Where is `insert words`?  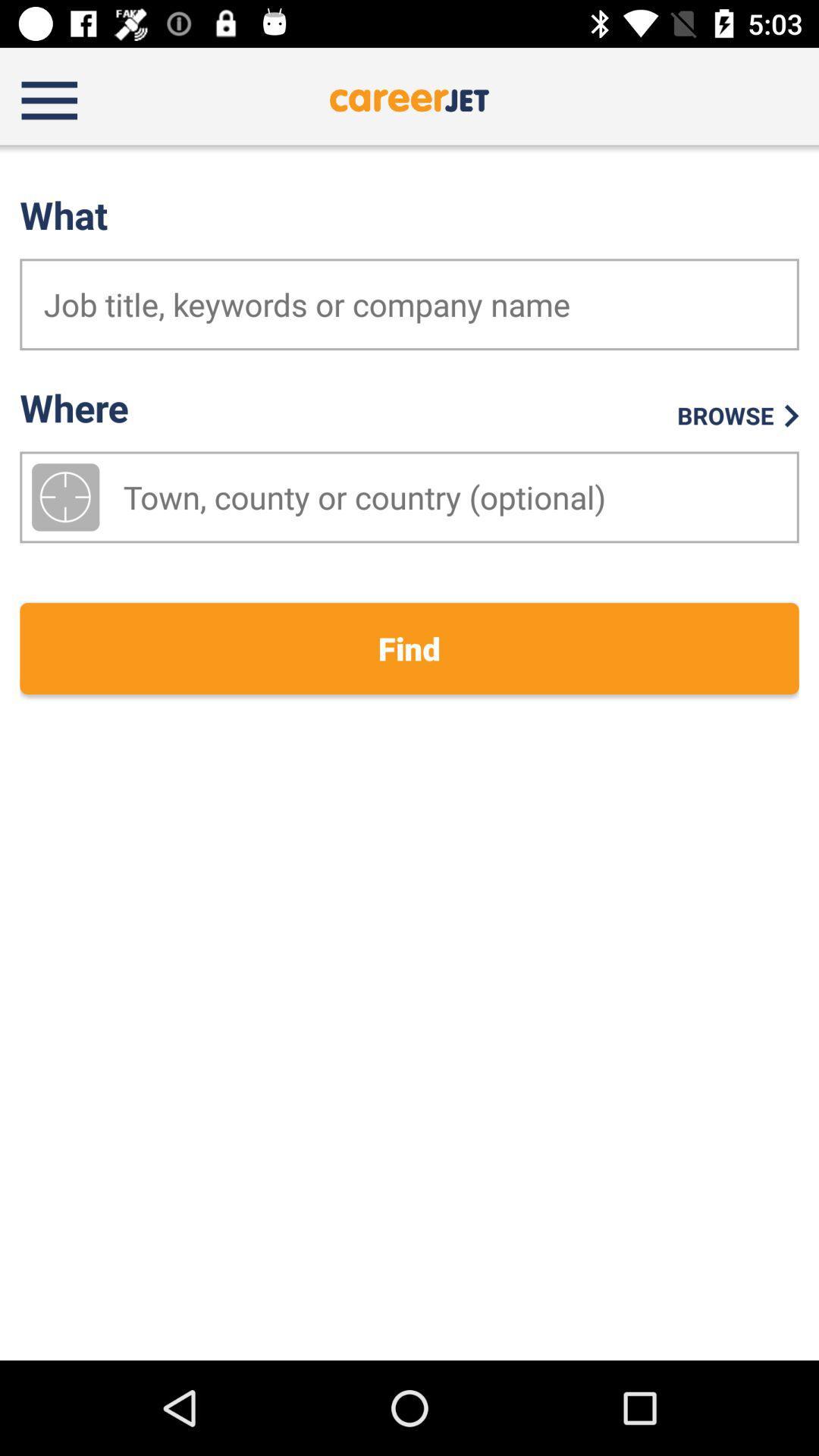 insert words is located at coordinates (409, 303).